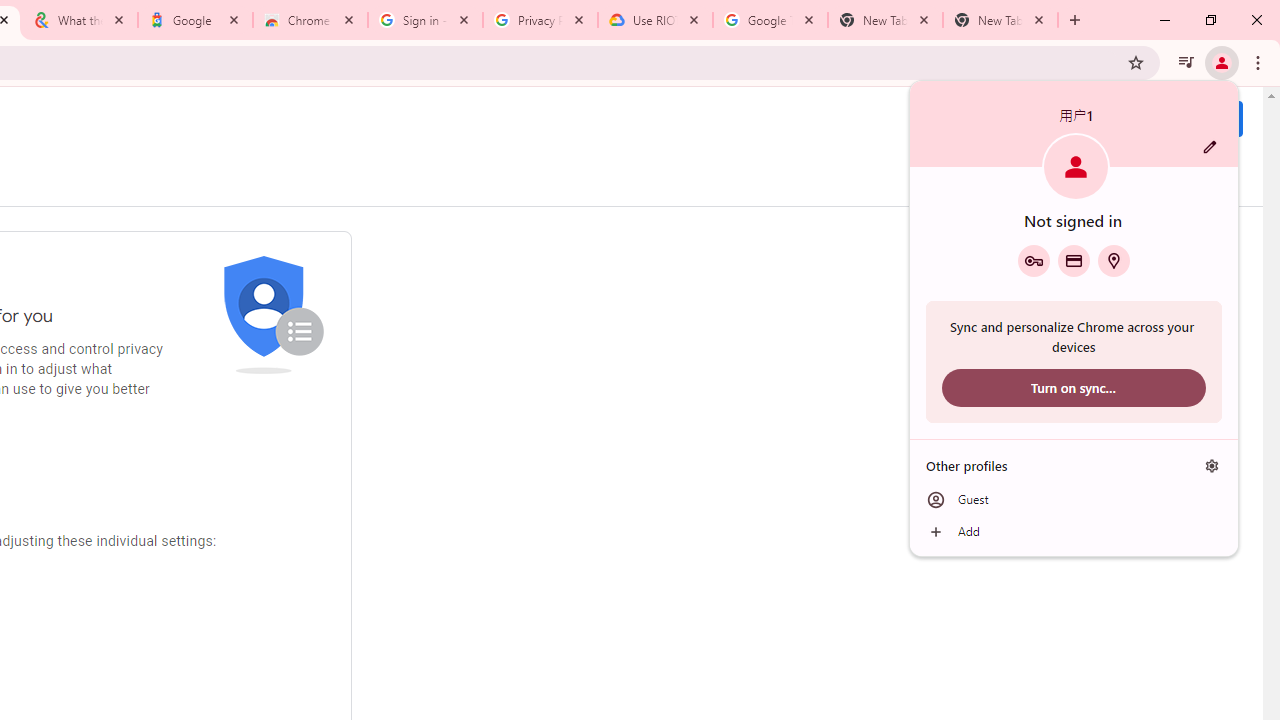 Image resolution: width=1280 pixels, height=720 pixels. What do you see at coordinates (423, 20) in the screenshot?
I see `'Sign in - Google Accounts'` at bounding box center [423, 20].